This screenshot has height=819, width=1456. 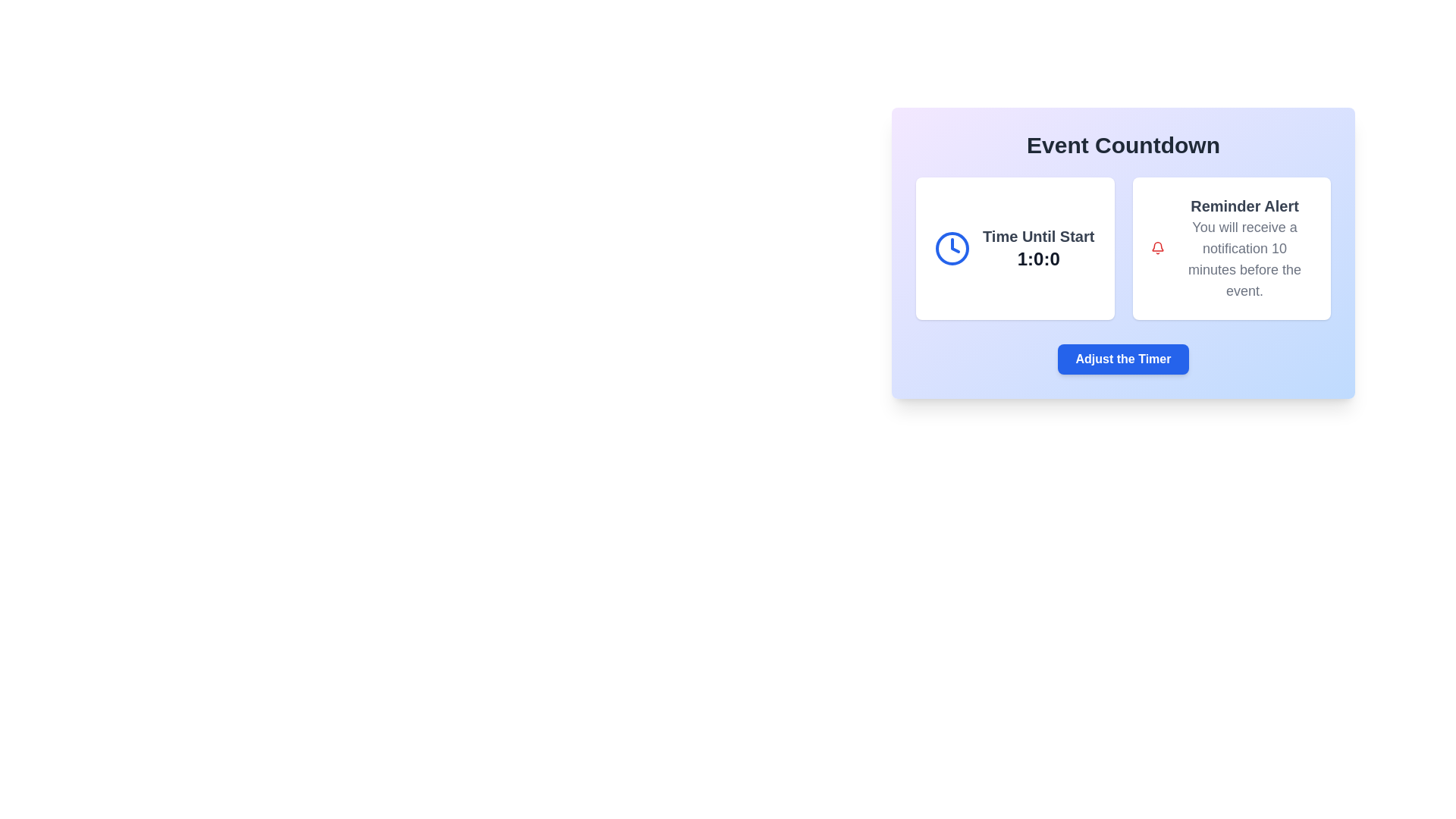 What do you see at coordinates (952, 247) in the screenshot?
I see `the clock icon representing time` at bounding box center [952, 247].